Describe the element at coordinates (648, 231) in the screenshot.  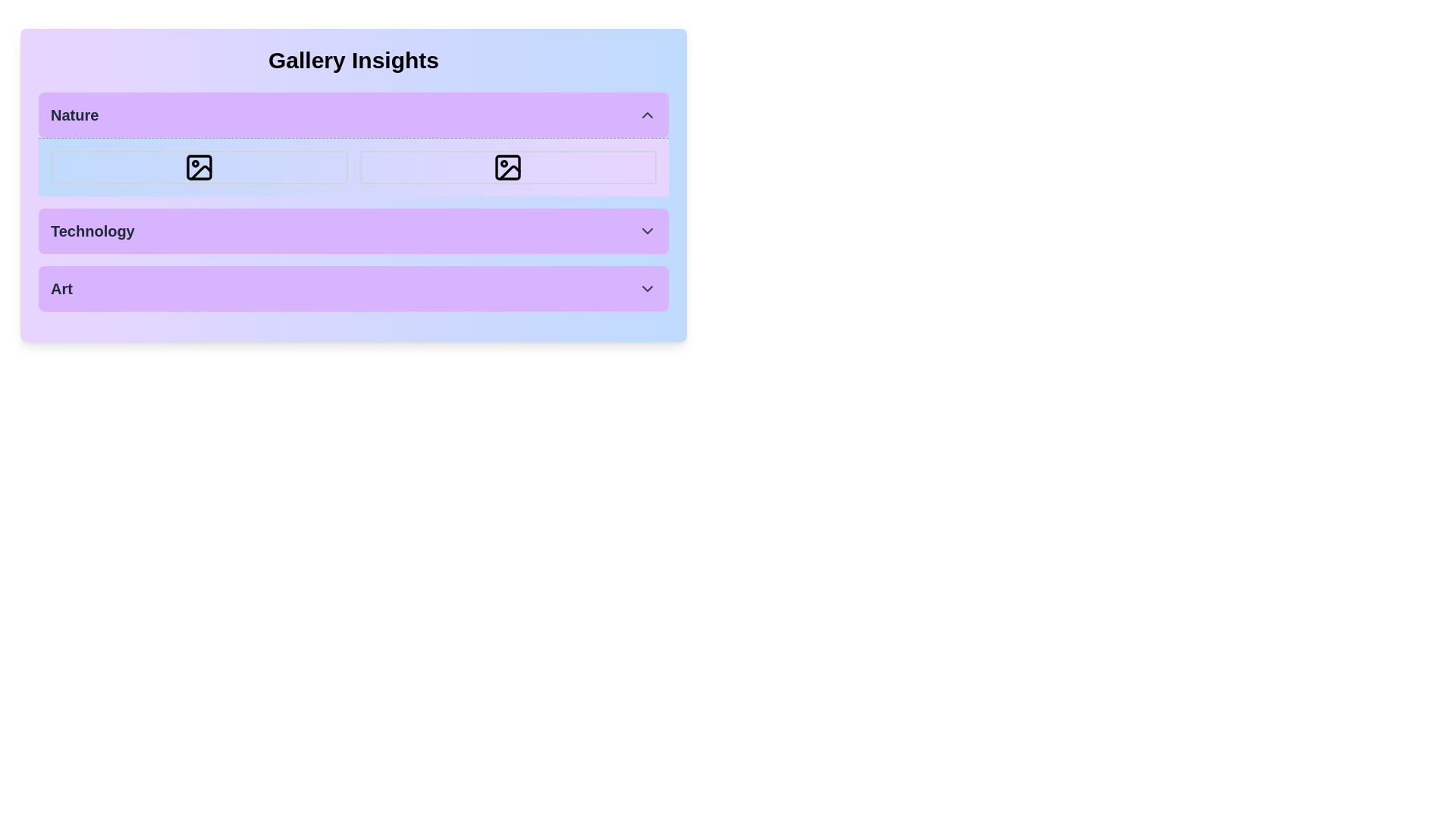
I see `the downward-pointing chevron icon with a dark gray color, located on the right side of the 'Technology' section, to trigger a tooltip or visual effect` at that location.